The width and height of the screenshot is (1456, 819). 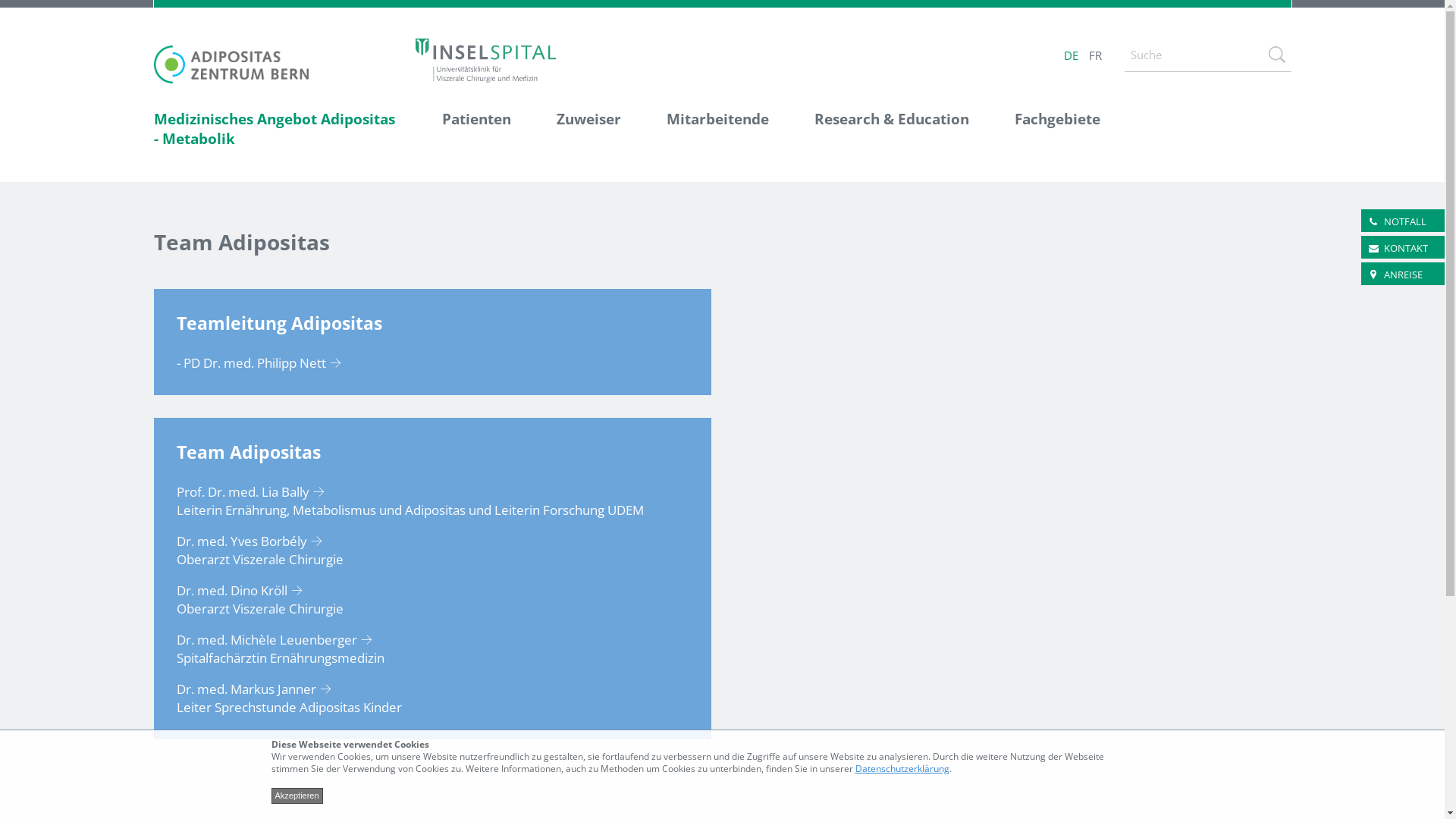 What do you see at coordinates (230, 63) in the screenshot?
I see `'Adipositaszentrum Bern'` at bounding box center [230, 63].